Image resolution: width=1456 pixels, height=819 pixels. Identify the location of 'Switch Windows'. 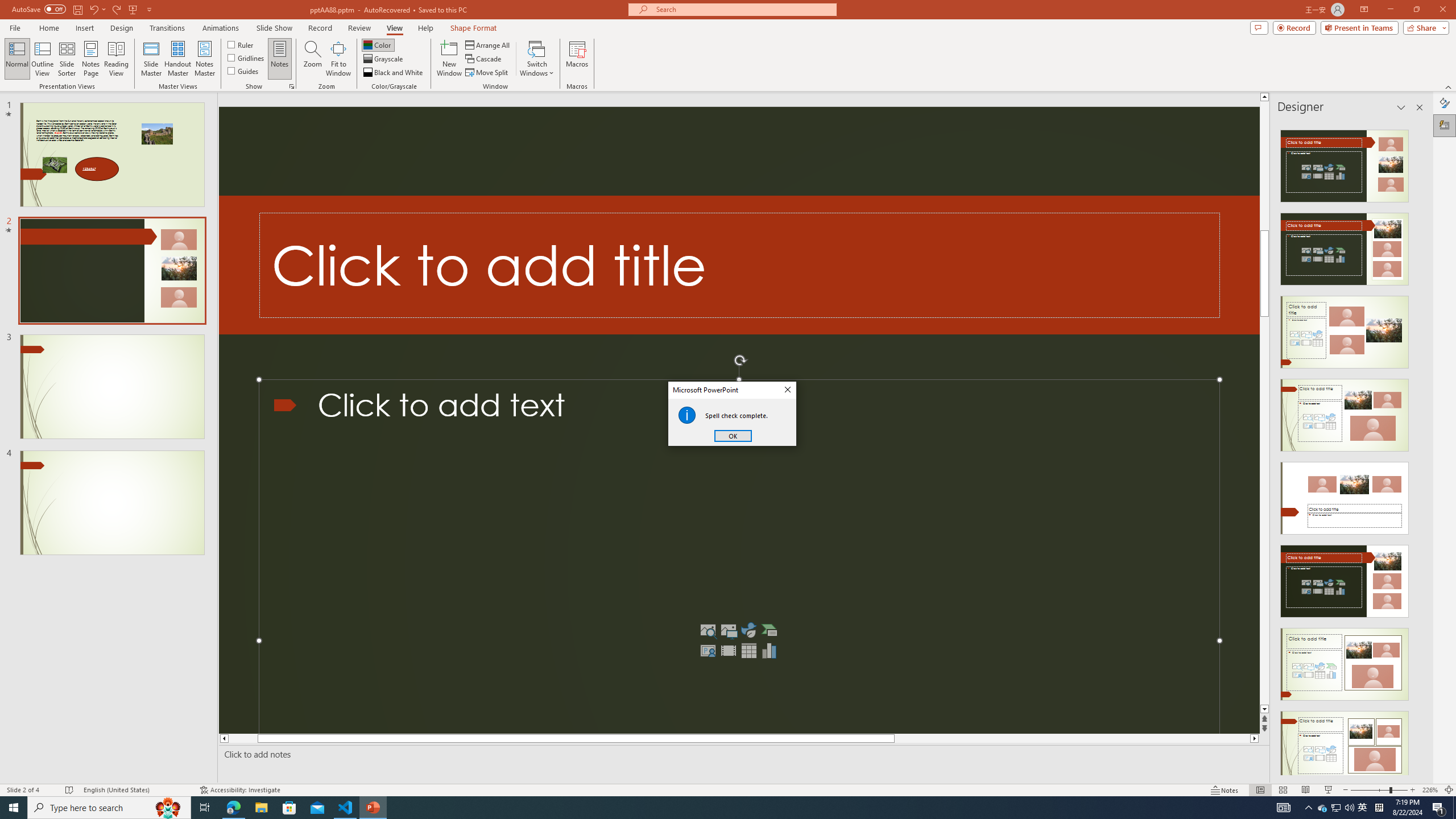
(536, 59).